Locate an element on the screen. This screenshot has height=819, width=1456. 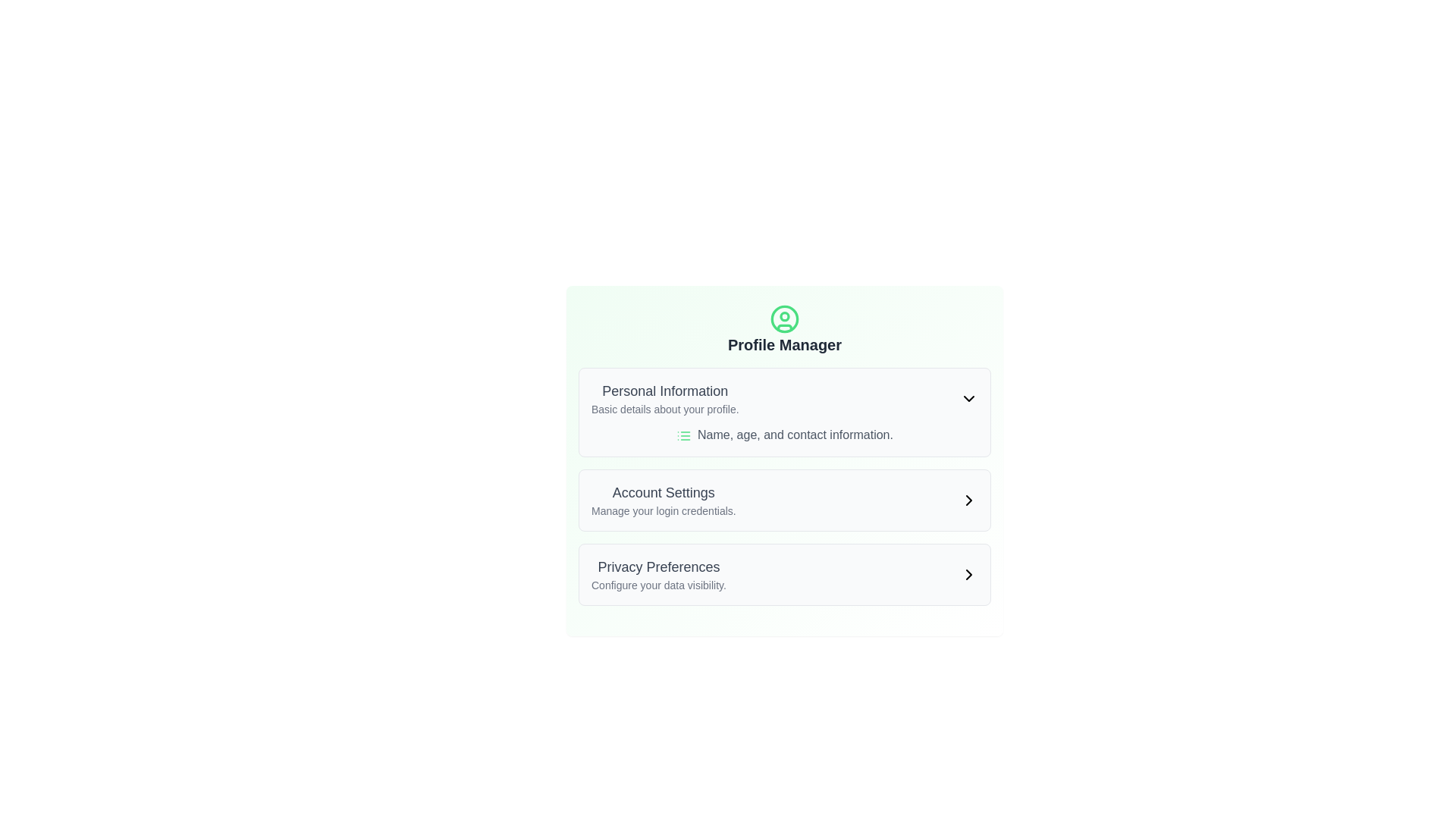
the third item in the vertically aligned list of options is located at coordinates (658, 575).